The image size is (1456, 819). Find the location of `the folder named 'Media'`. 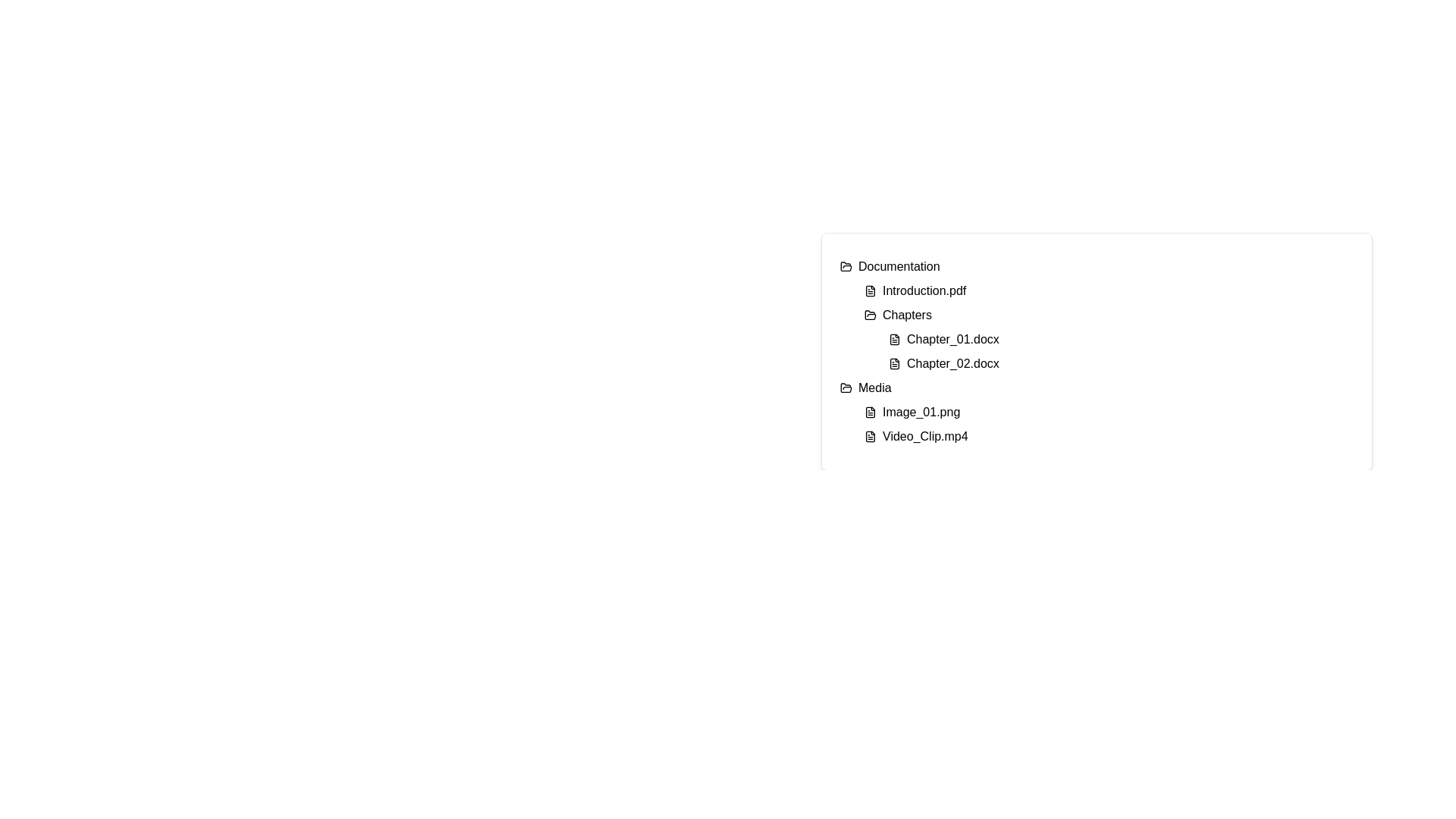

the folder named 'Media' is located at coordinates (1097, 388).